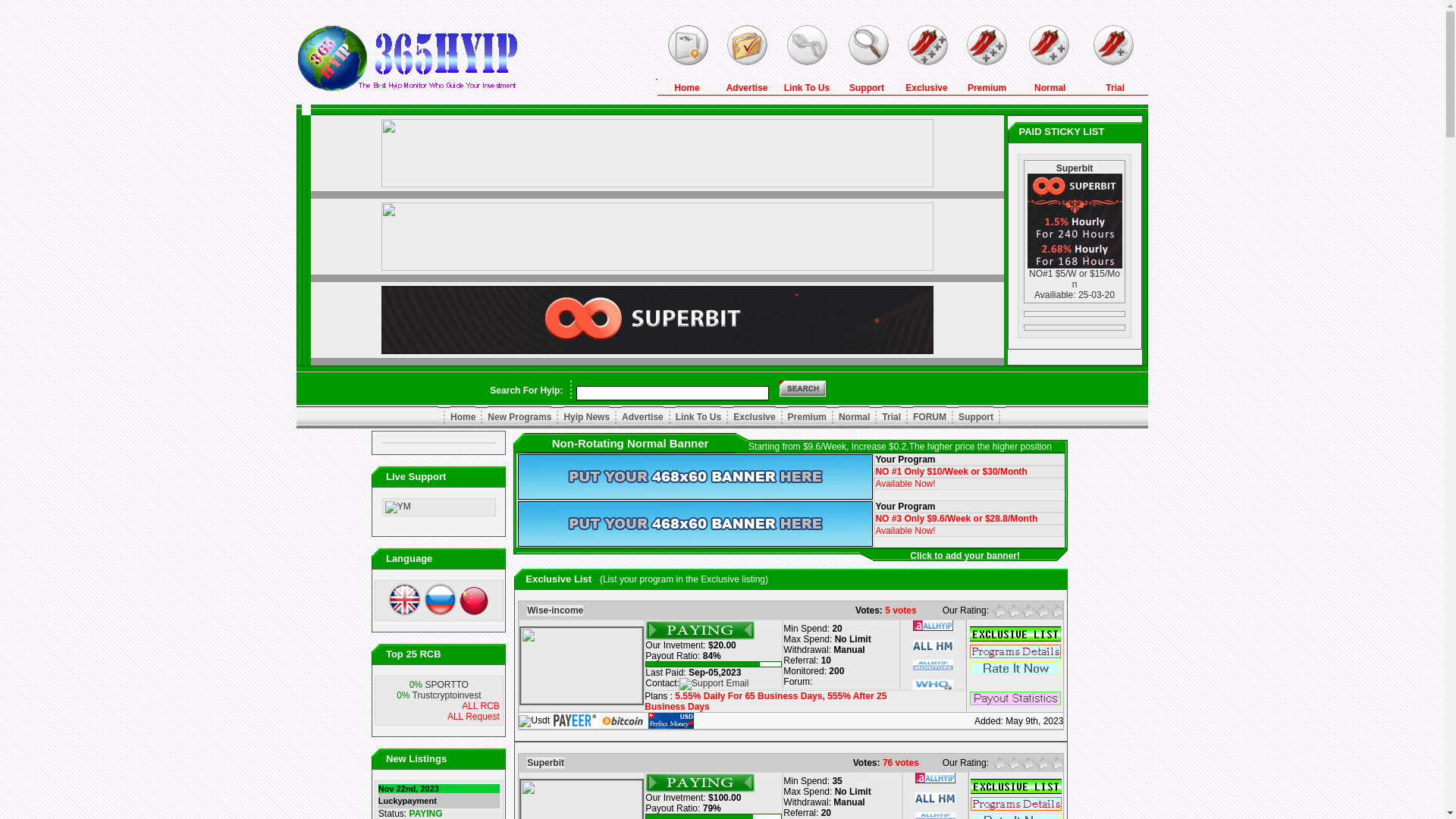 This screenshot has height=819, width=1456. I want to click on ' ', so click(1014, 683).